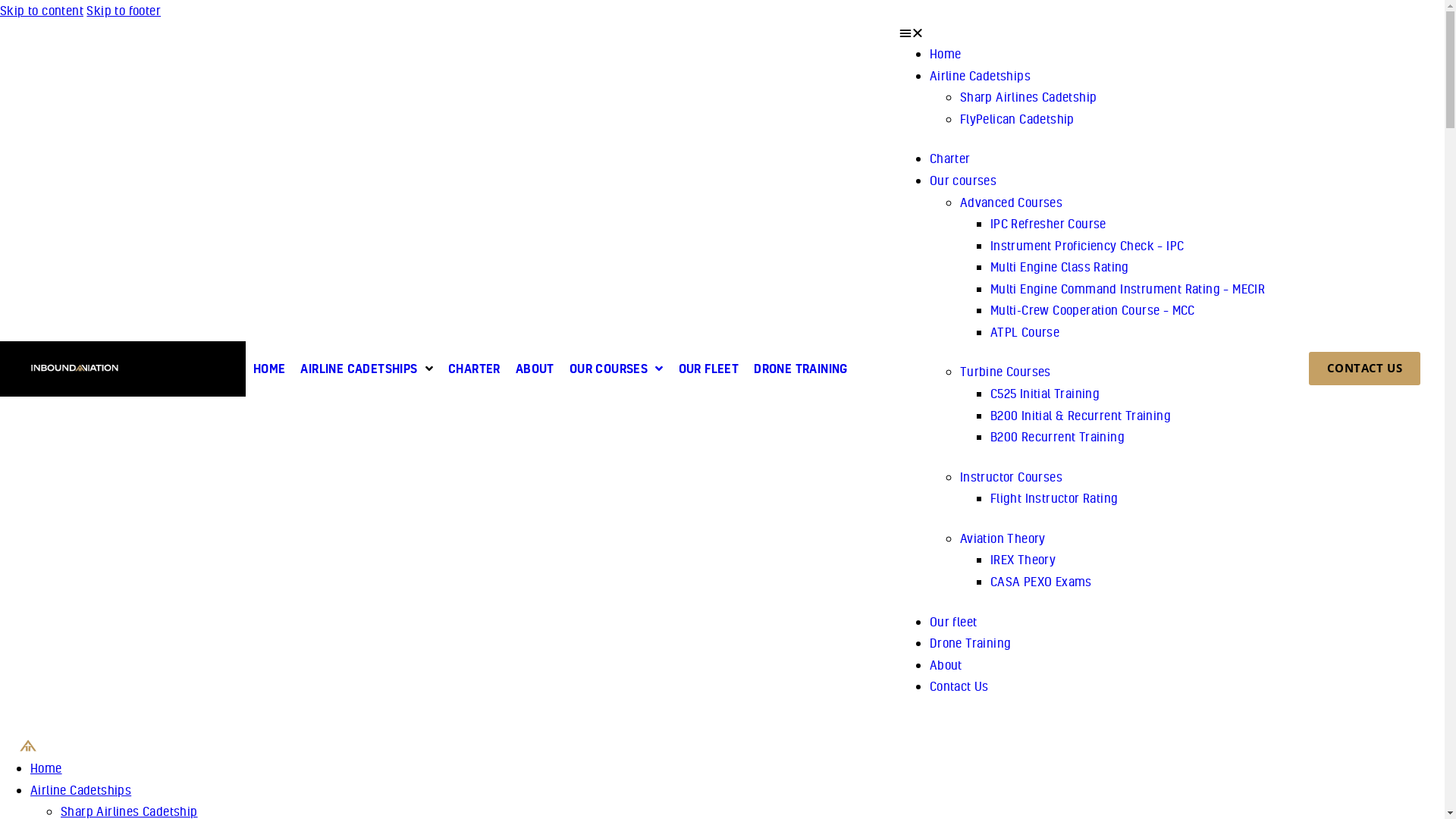  Describe the element at coordinates (473, 369) in the screenshot. I see `'CHARTER'` at that location.